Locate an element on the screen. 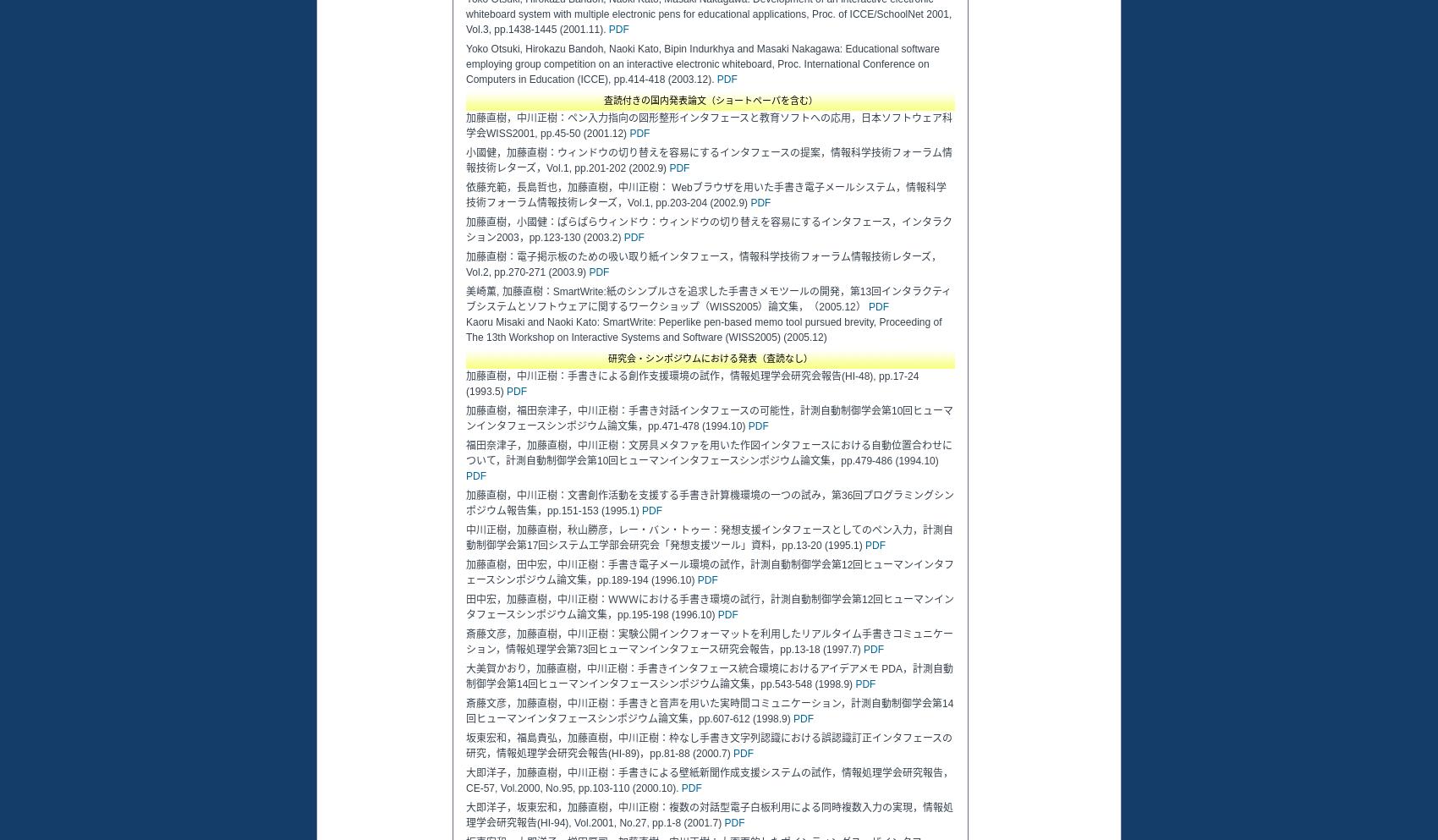  '田中宏，加藤直樹，中川正樹：ＷＷＷにおける手書き環境の試行，計測自動制御学会第12回ヒューマンインタフェースシンポジウム論文集，pp.195-198 (1996.10)' is located at coordinates (709, 607).